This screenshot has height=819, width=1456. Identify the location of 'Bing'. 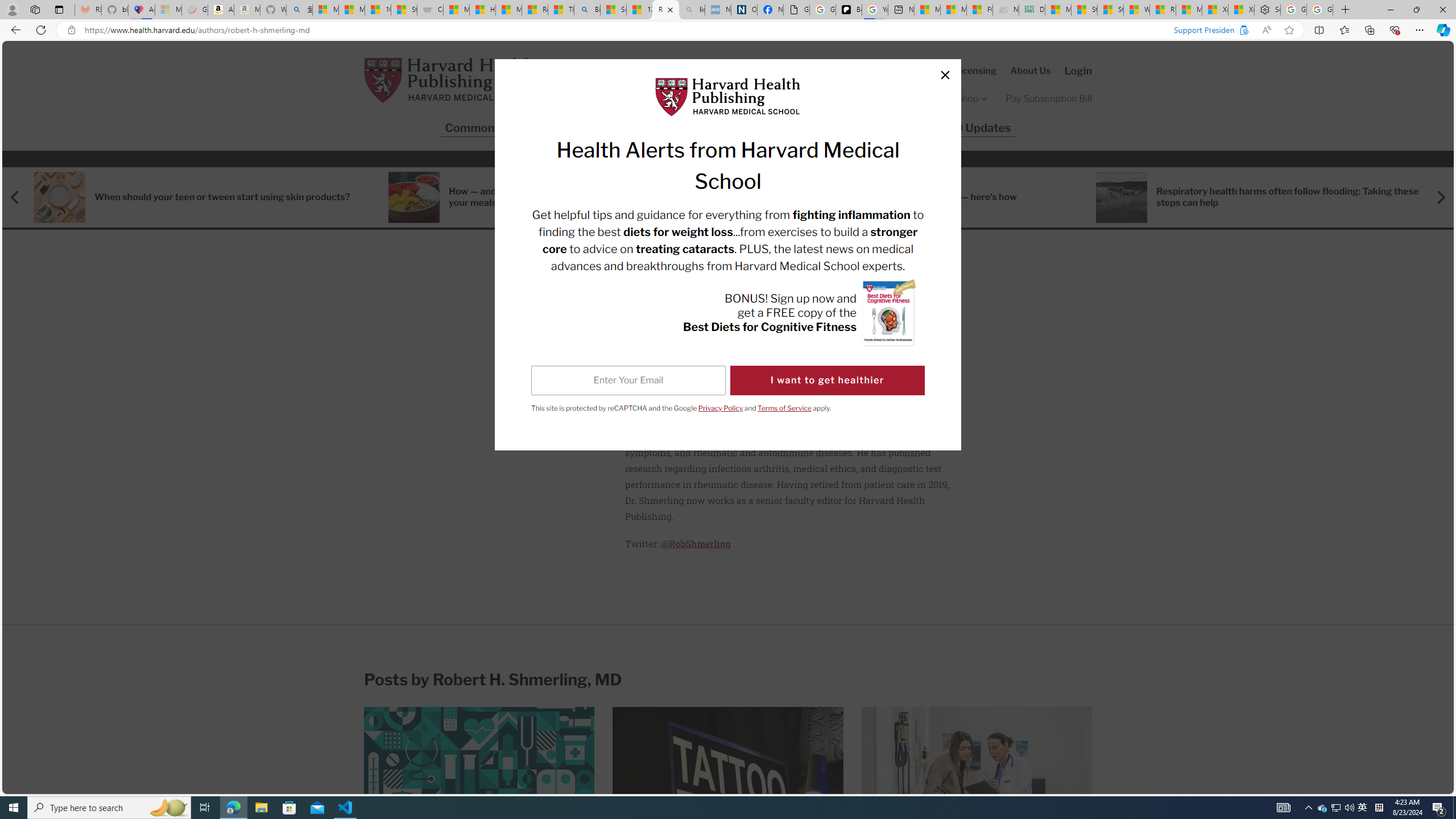
(586, 9).